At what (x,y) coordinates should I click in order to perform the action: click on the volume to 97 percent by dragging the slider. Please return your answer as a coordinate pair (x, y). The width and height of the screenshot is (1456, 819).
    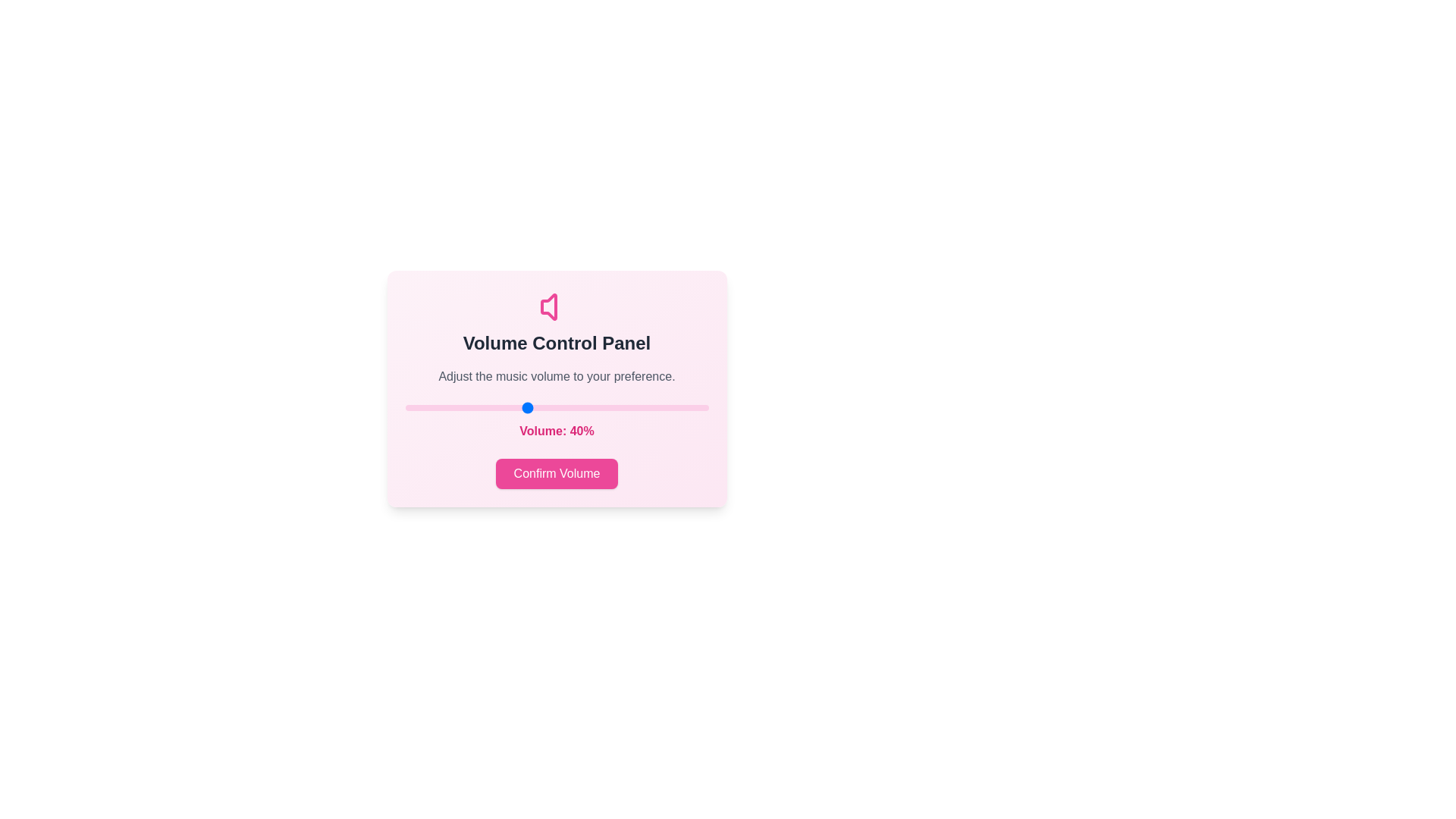
    Looking at the image, I should click on (698, 406).